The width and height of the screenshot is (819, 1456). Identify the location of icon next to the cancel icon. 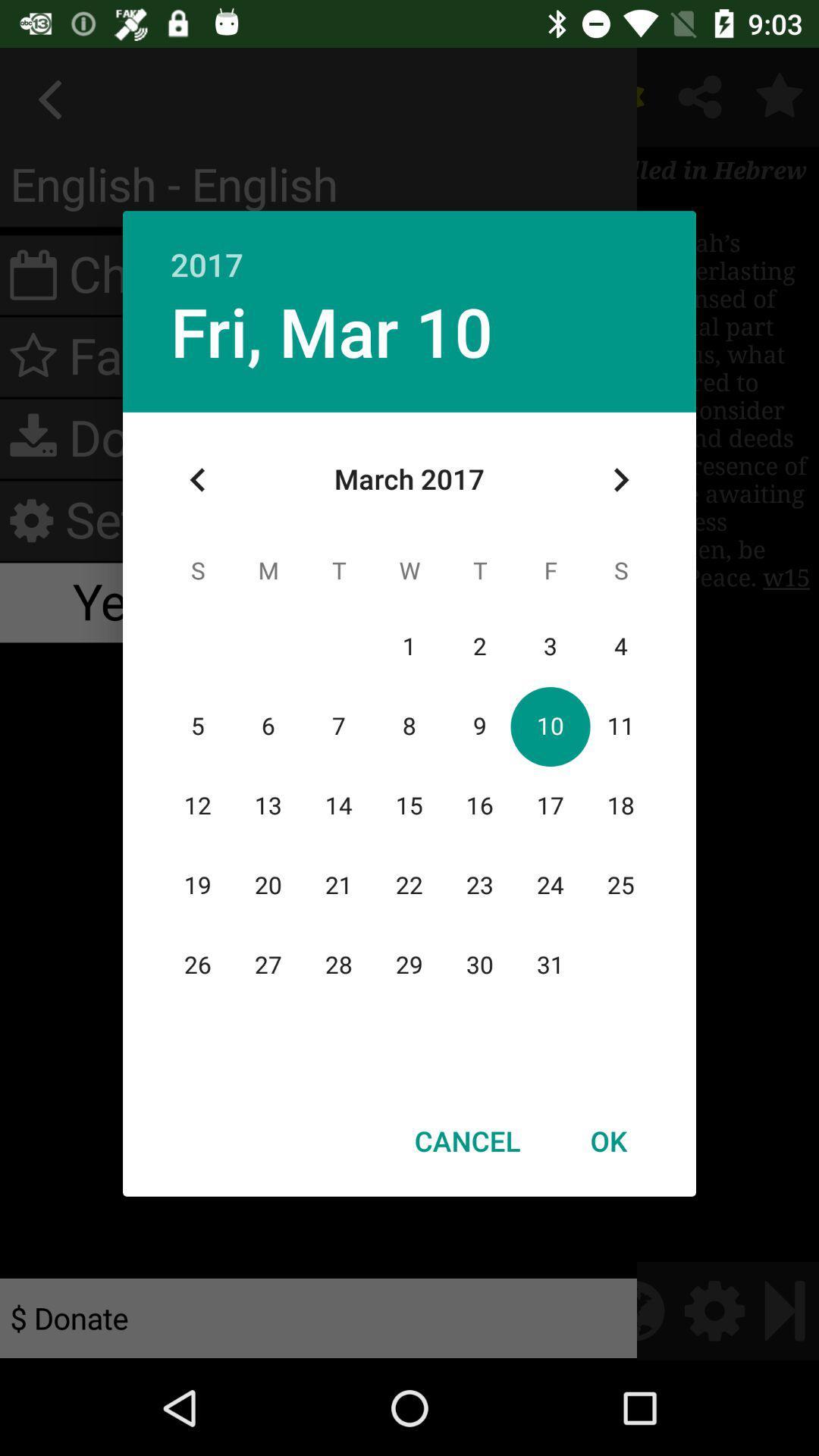
(607, 1141).